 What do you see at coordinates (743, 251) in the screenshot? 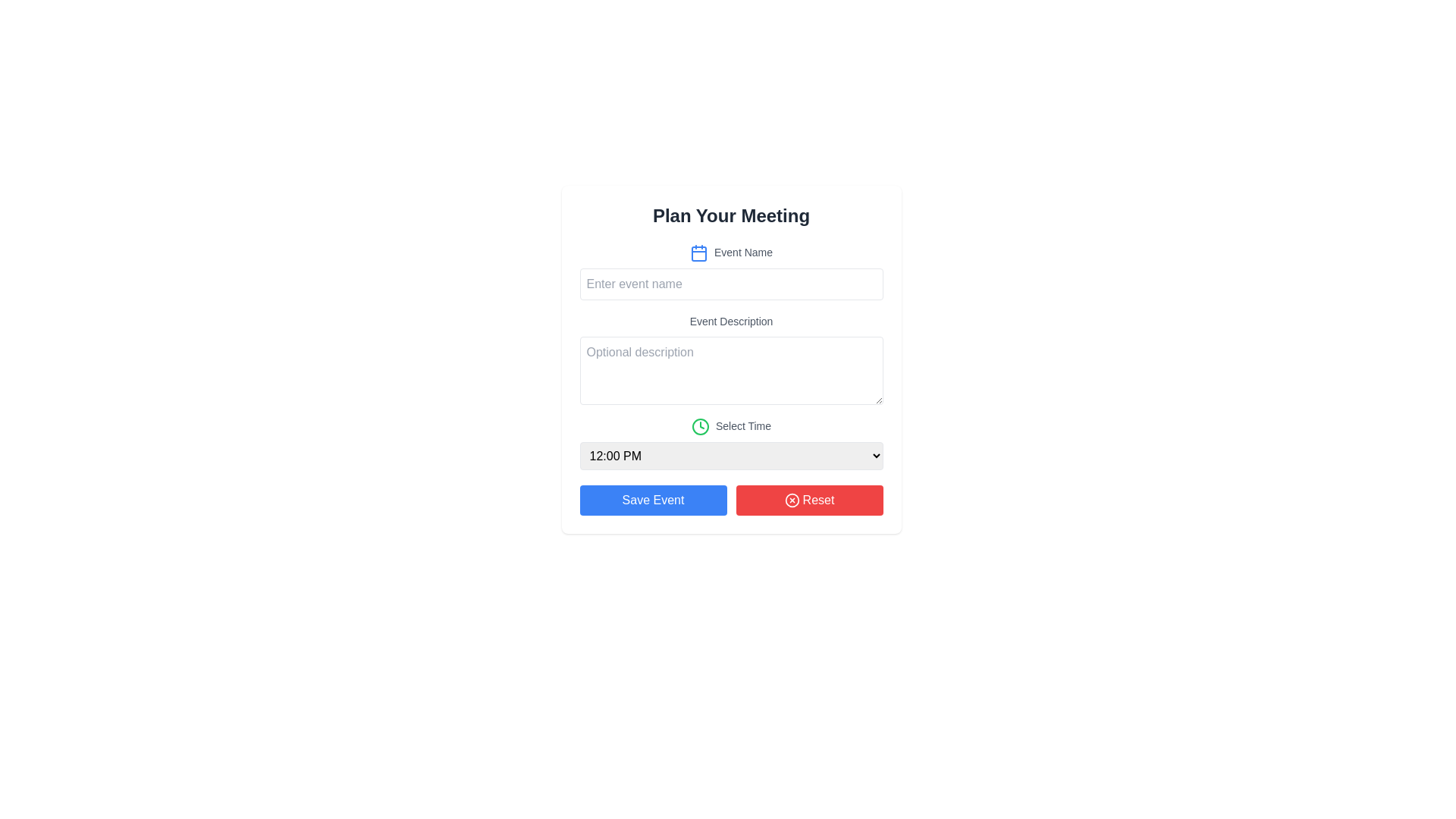
I see `the informative Text label indicating the purpose of the input field for entering the event name, located in the upper-middle area of the 'Plan Your Meeting' form, to the right of the calendar icon` at bounding box center [743, 251].